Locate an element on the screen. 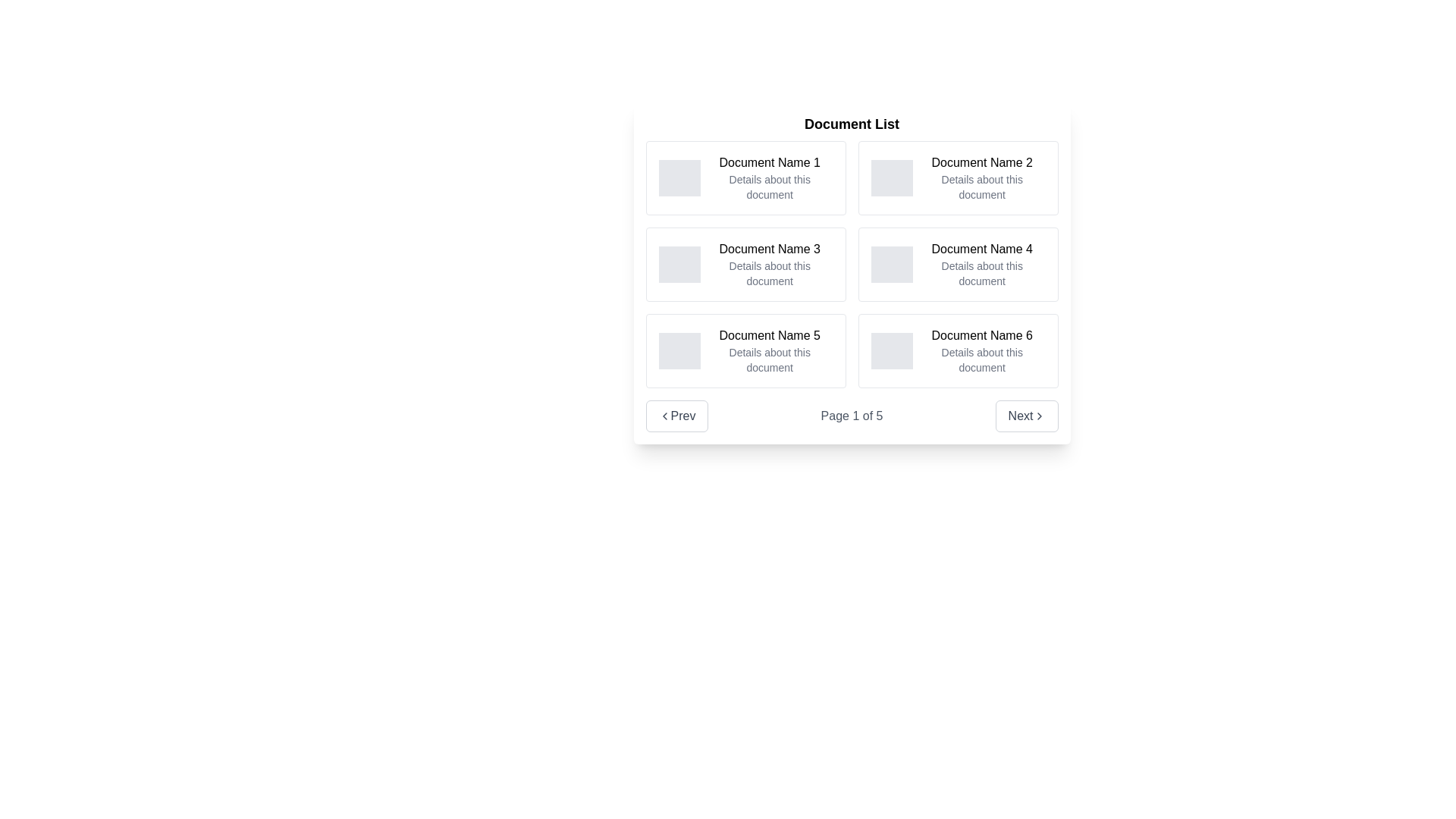 Image resolution: width=1456 pixels, height=819 pixels. the card displaying 'Document Name 4' which contains document-related information in a grid layout is located at coordinates (957, 263).